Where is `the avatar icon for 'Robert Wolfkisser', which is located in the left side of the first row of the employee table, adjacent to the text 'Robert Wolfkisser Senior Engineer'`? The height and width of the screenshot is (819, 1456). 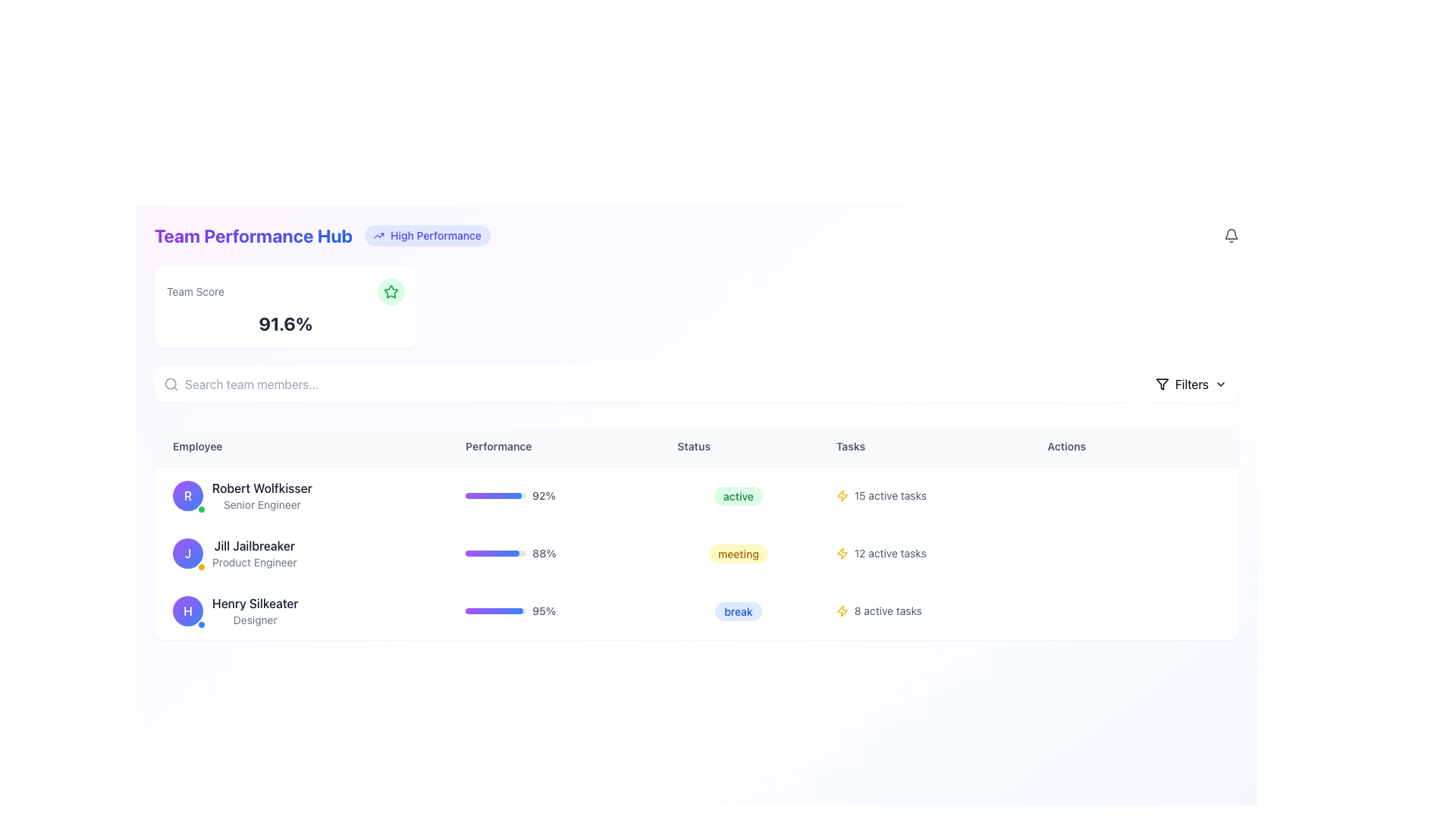 the avatar icon for 'Robert Wolfkisser', which is located in the left side of the first row of the employee table, adjacent to the text 'Robert Wolfkisser Senior Engineer' is located at coordinates (187, 496).